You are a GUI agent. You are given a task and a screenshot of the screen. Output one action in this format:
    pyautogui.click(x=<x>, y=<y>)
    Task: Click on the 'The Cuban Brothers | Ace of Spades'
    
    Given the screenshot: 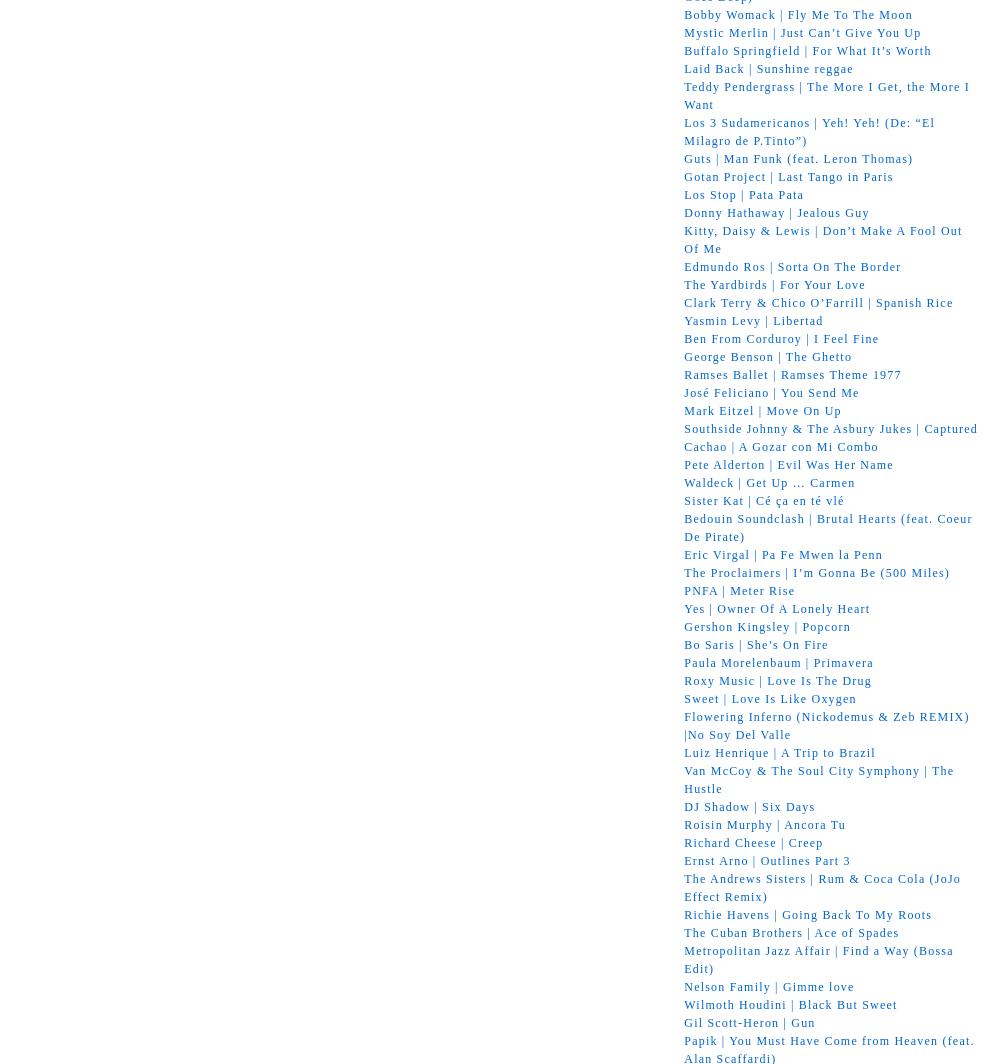 What is the action you would take?
    pyautogui.click(x=791, y=931)
    